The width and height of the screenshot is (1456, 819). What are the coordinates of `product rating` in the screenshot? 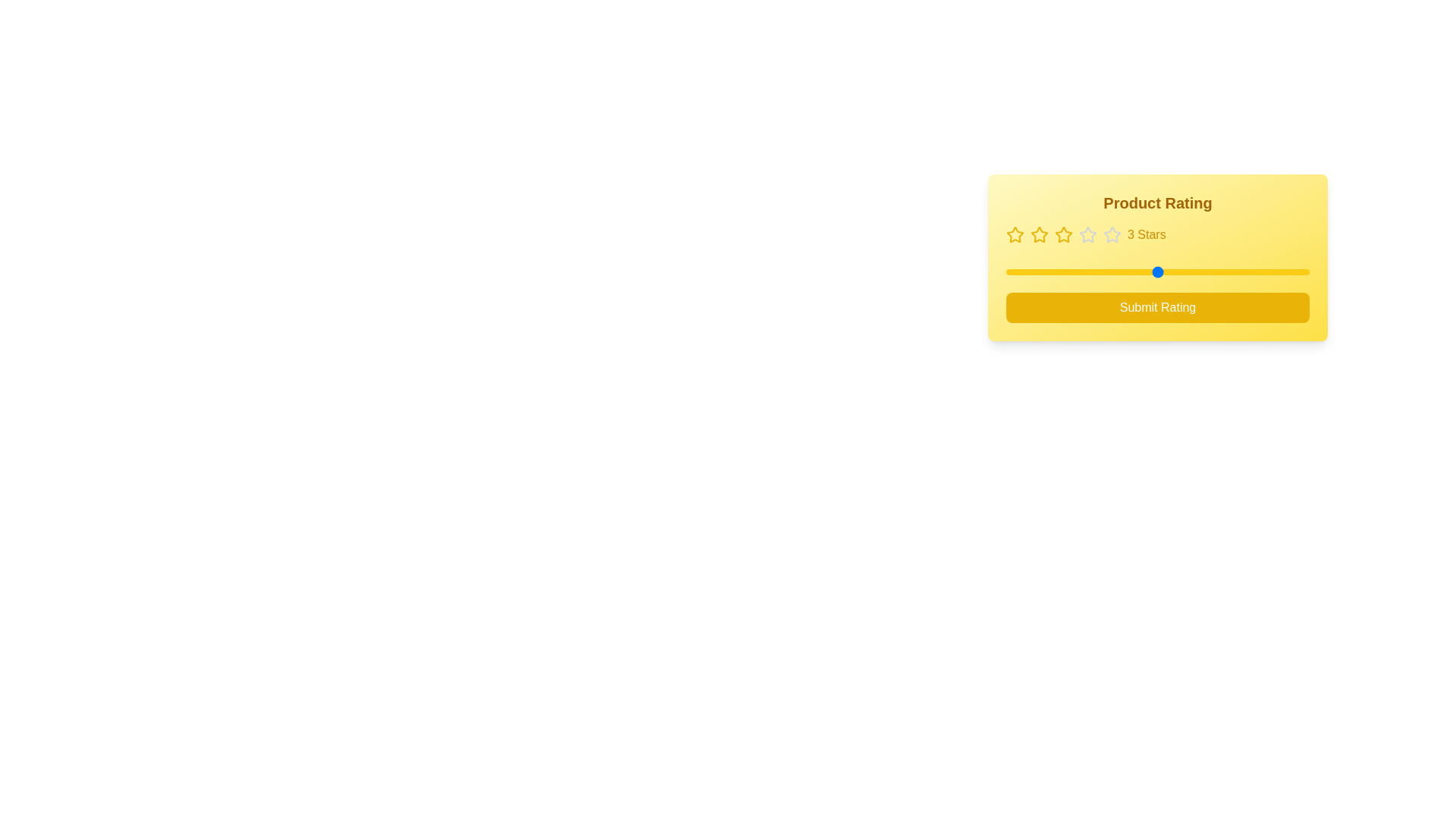 It's located at (1006, 271).